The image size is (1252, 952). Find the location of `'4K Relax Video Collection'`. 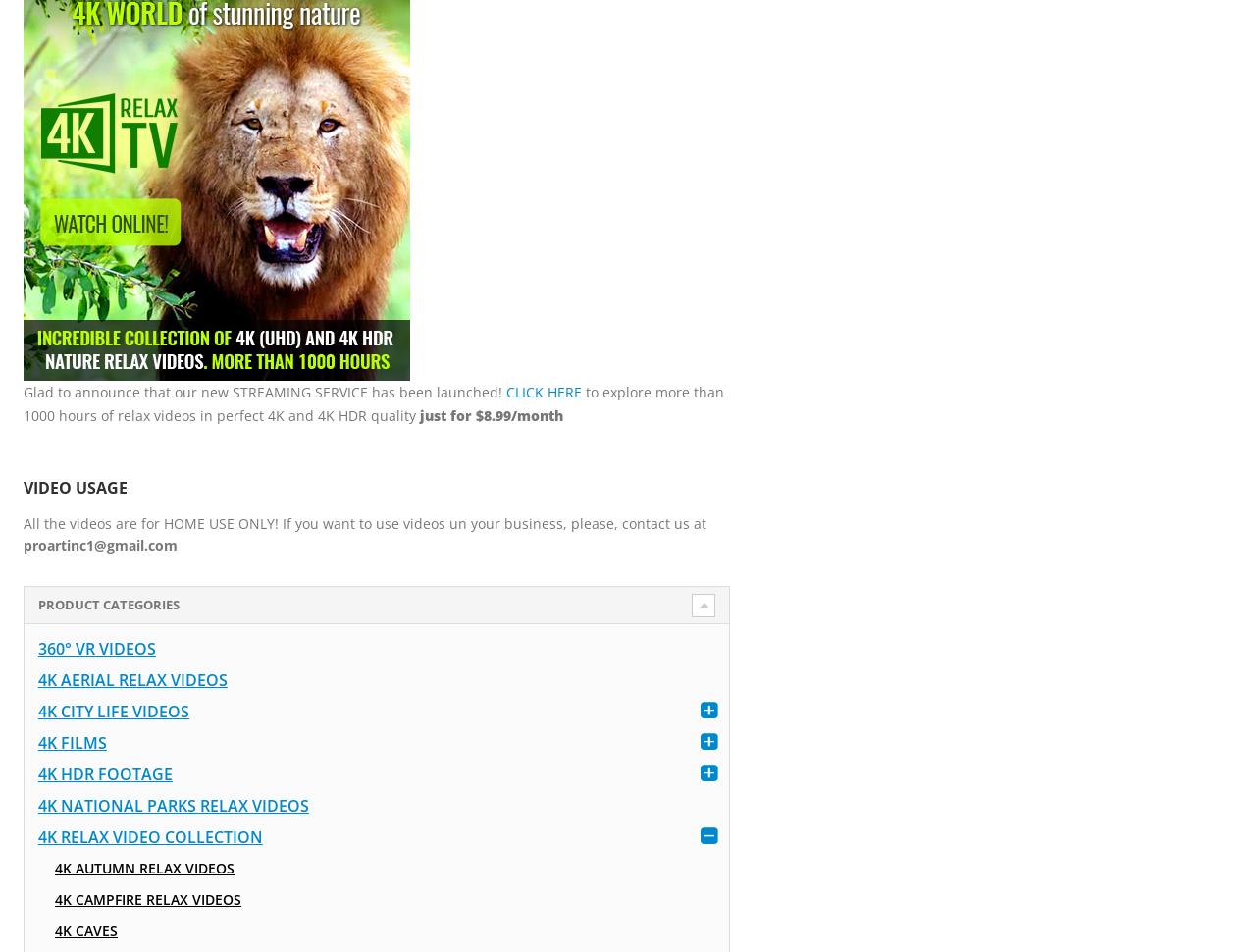

'4K Relax Video Collection' is located at coordinates (149, 836).